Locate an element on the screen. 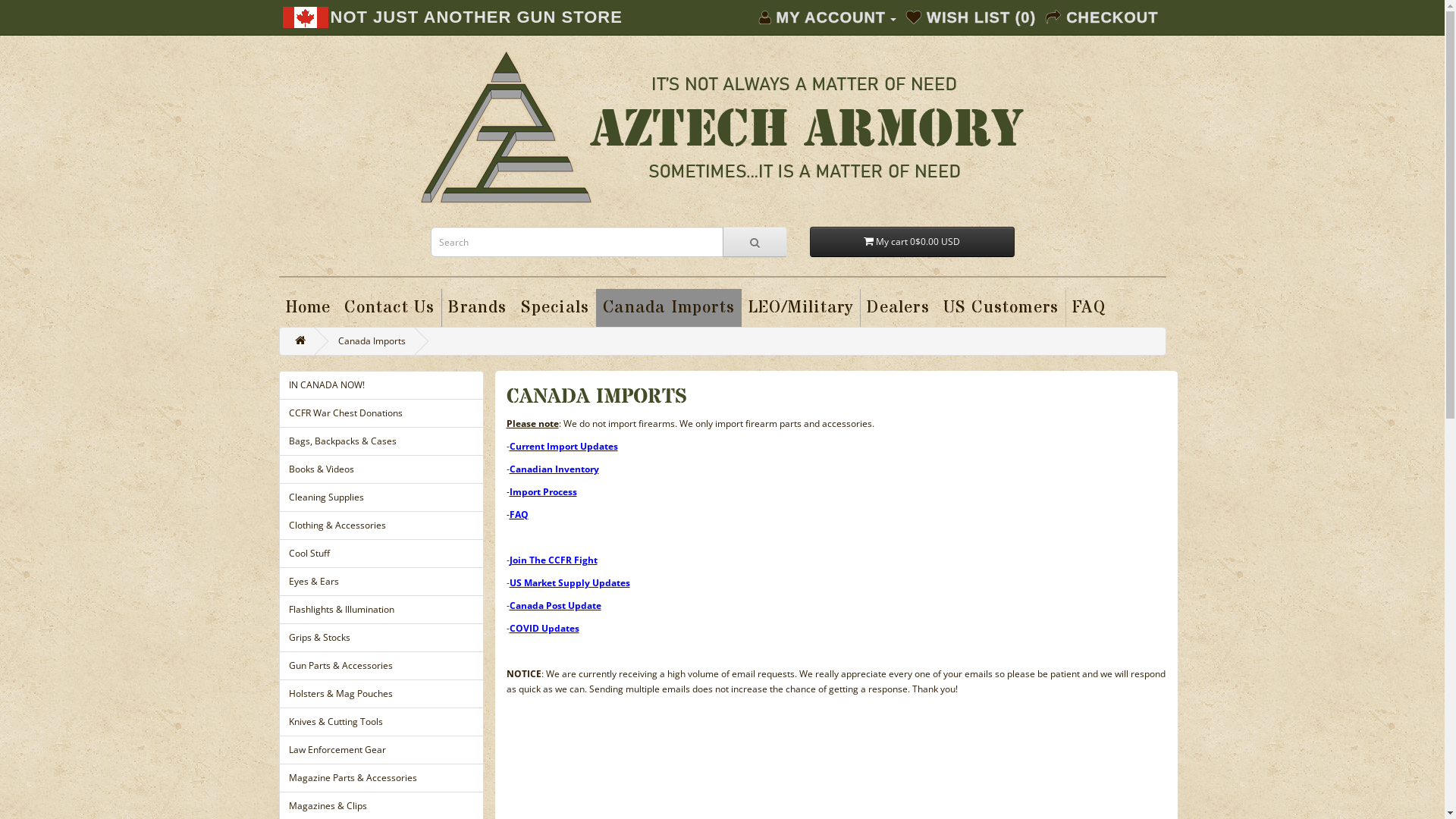  'My cart 0$0.00 USD' is located at coordinates (912, 241).